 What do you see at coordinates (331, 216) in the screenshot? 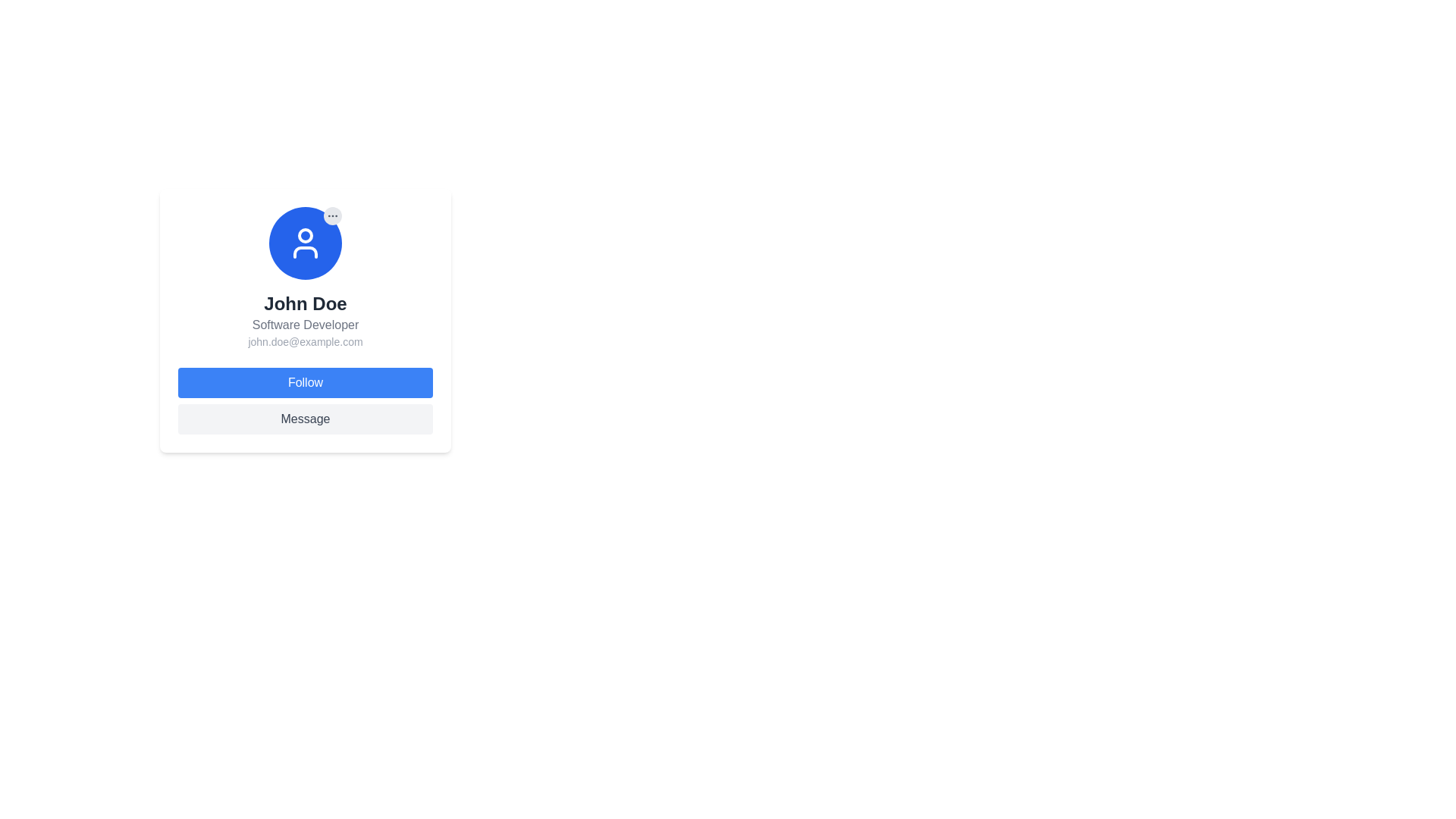
I see `the ellipsis icon located in the top-right corner of the user's profile card` at bounding box center [331, 216].